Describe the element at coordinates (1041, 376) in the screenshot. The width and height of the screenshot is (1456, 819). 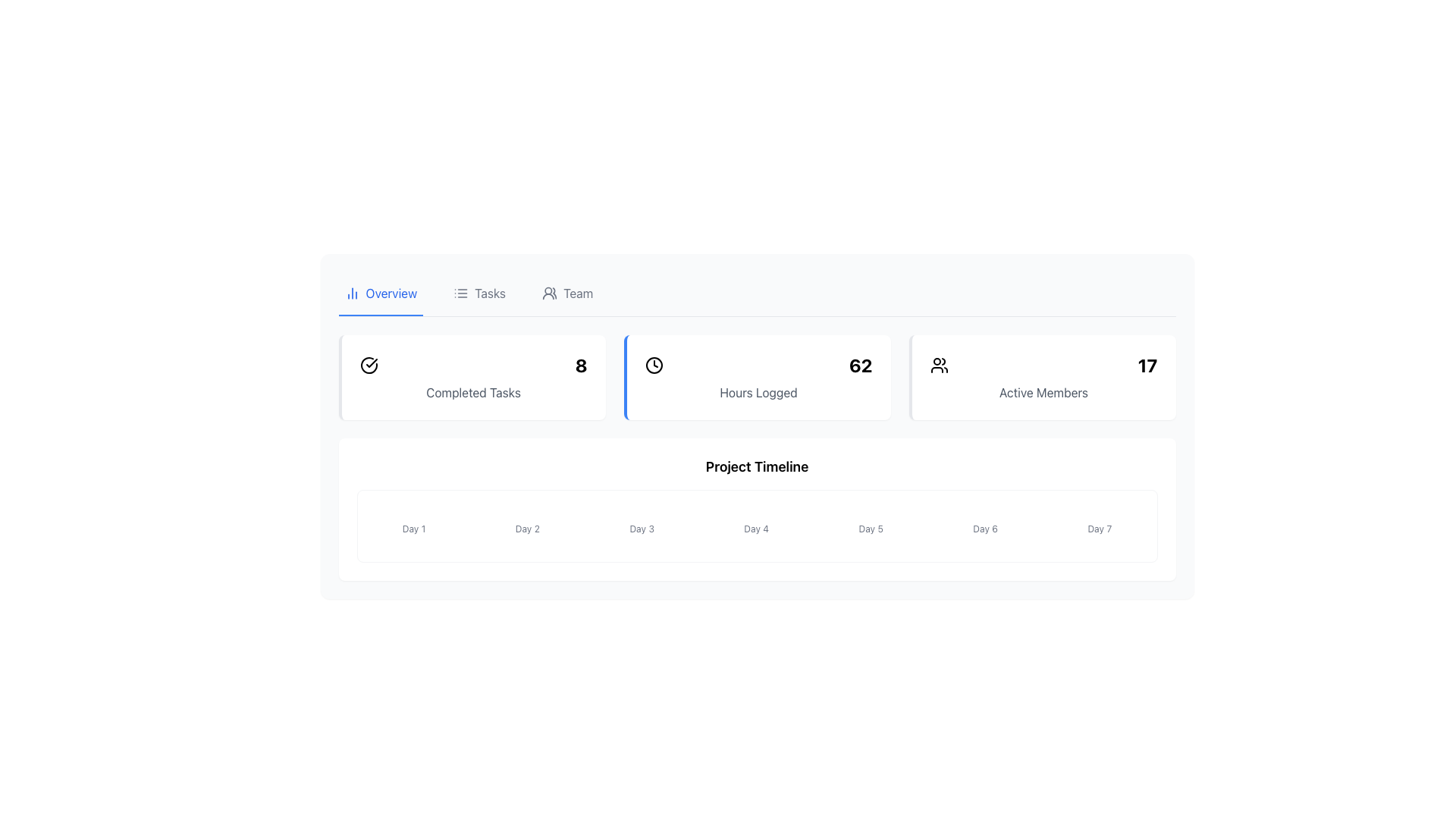
I see `the informational card displaying the number of active members` at that location.